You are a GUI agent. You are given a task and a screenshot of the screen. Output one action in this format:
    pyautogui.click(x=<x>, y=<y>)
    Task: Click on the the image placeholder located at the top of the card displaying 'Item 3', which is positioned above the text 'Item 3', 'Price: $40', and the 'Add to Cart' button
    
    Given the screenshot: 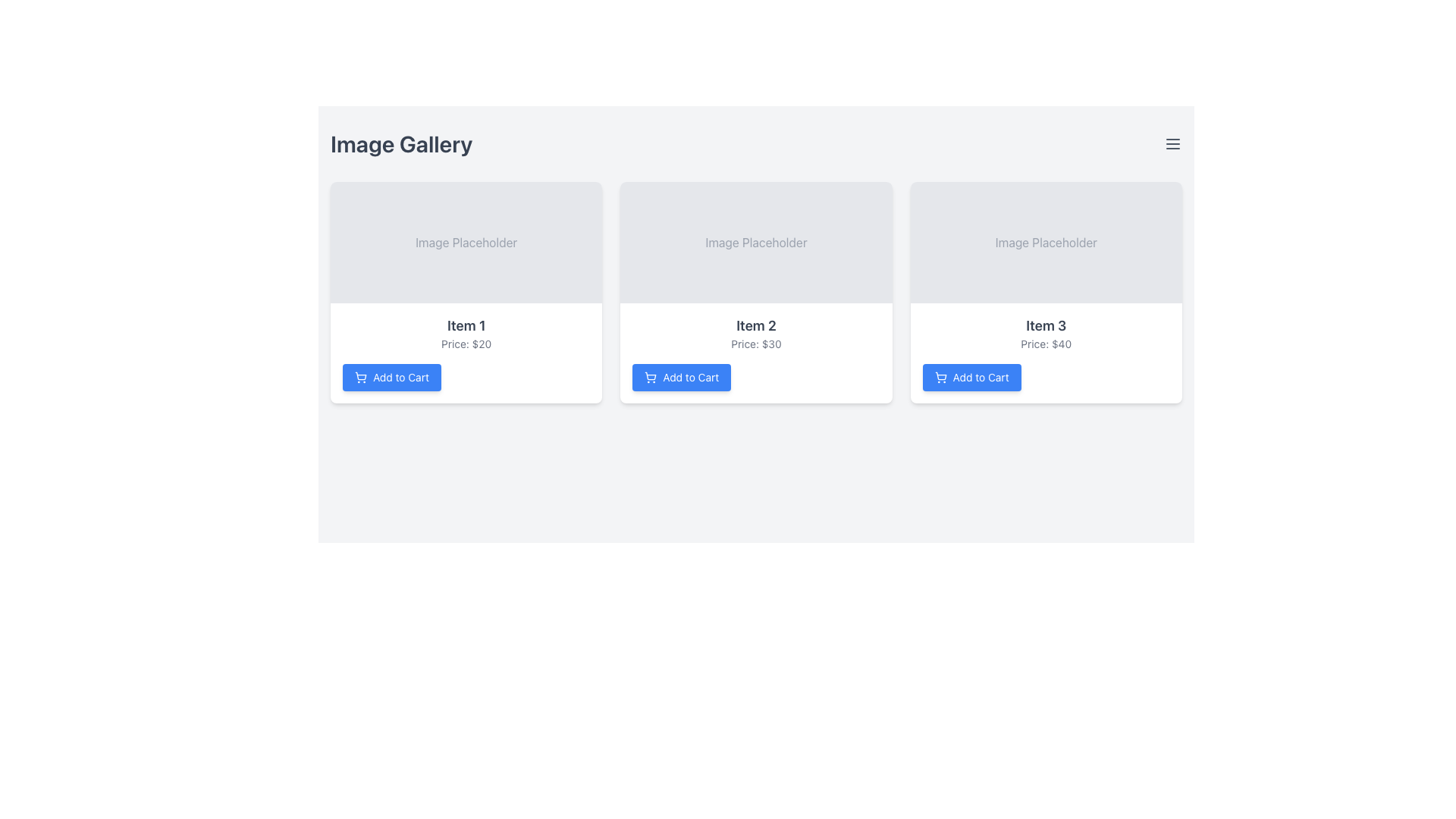 What is the action you would take?
    pyautogui.click(x=1045, y=242)
    